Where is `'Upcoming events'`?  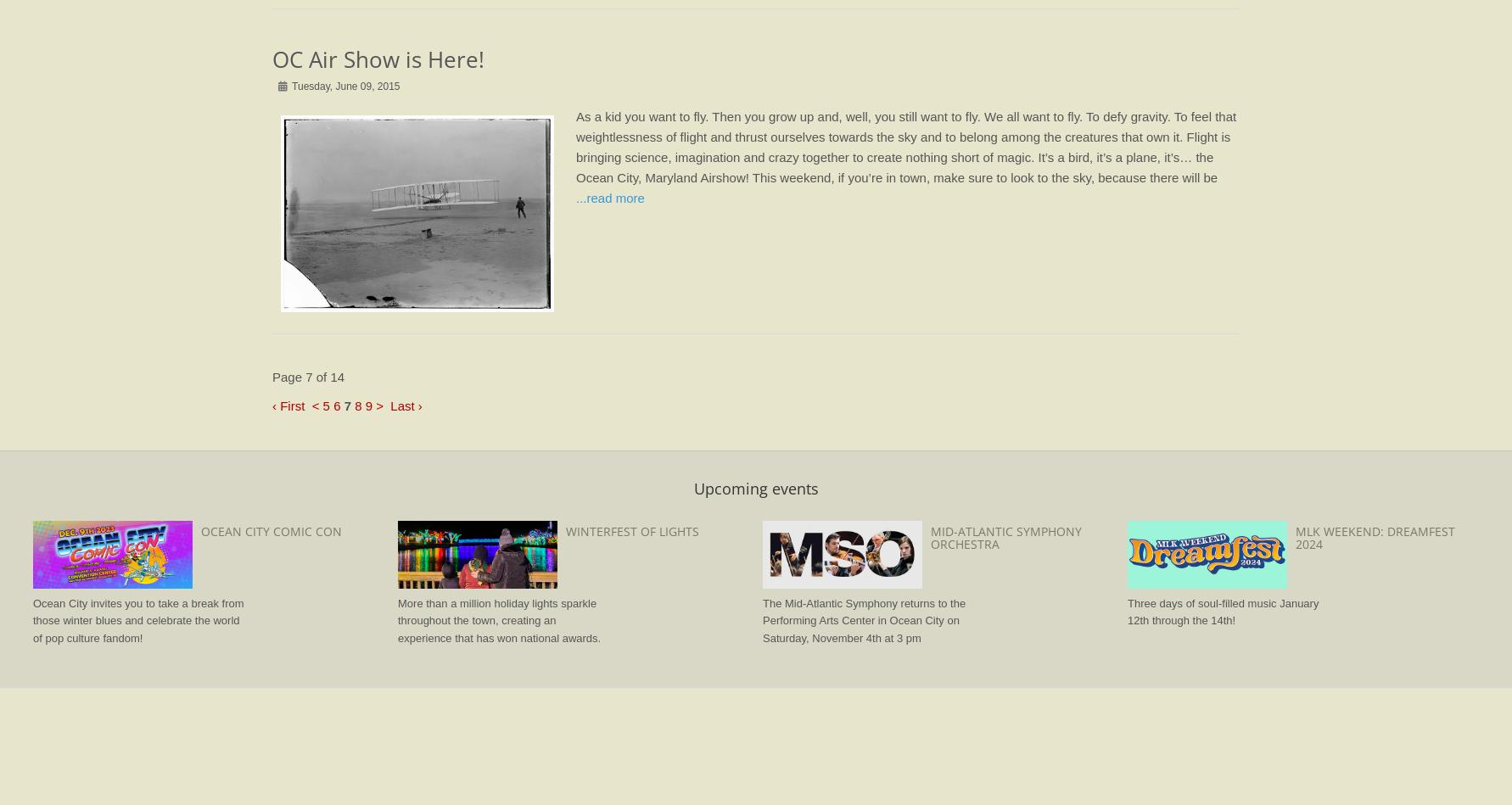
'Upcoming events' is located at coordinates (754, 486).